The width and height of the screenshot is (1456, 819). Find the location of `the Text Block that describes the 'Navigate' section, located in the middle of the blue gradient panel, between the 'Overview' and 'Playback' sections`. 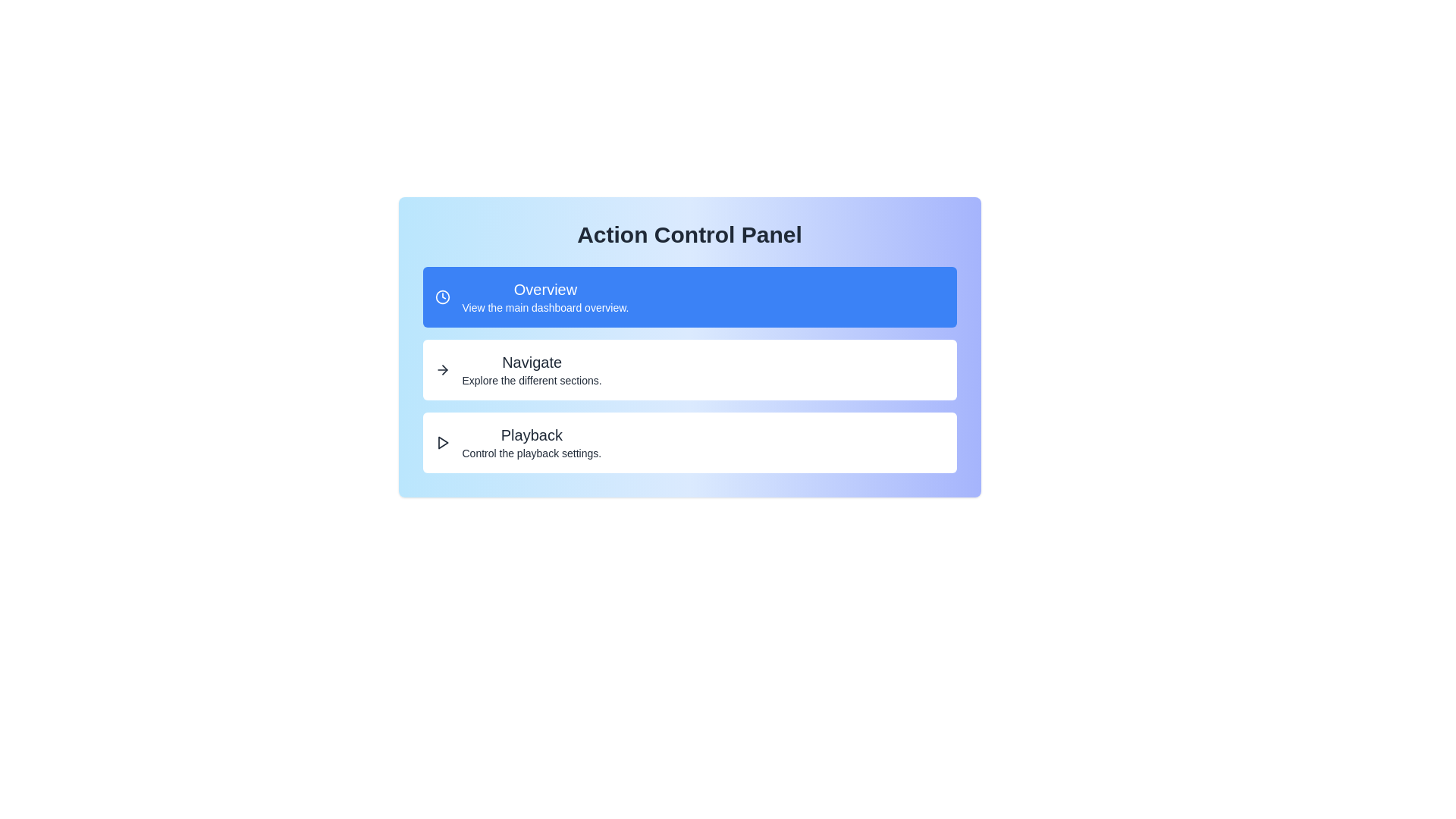

the Text Block that describes the 'Navigate' section, located in the middle of the blue gradient panel, between the 'Overview' and 'Playback' sections is located at coordinates (532, 370).